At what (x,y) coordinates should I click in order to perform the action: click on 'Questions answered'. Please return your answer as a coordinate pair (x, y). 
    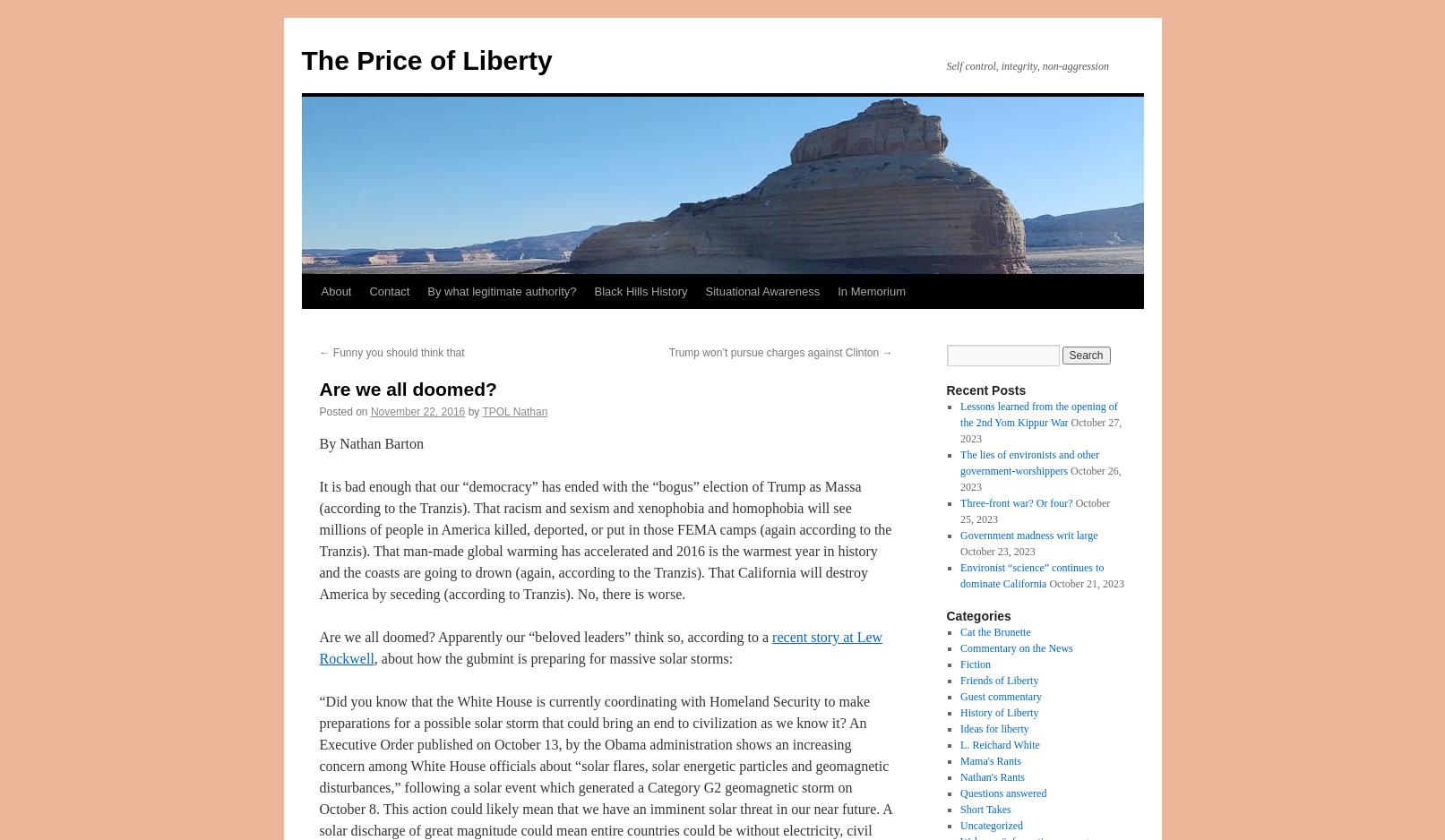
    Looking at the image, I should click on (1002, 793).